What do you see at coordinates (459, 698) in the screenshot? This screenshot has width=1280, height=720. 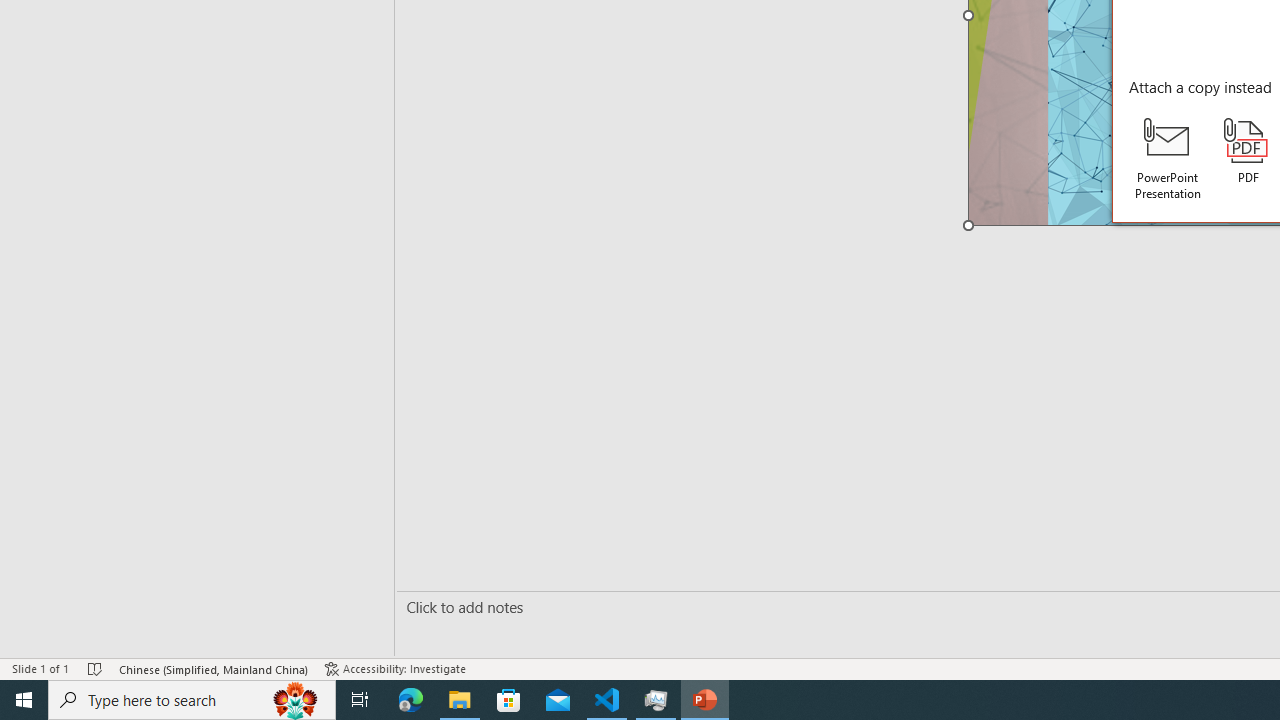 I see `'File Explorer - 1 running window'` at bounding box center [459, 698].